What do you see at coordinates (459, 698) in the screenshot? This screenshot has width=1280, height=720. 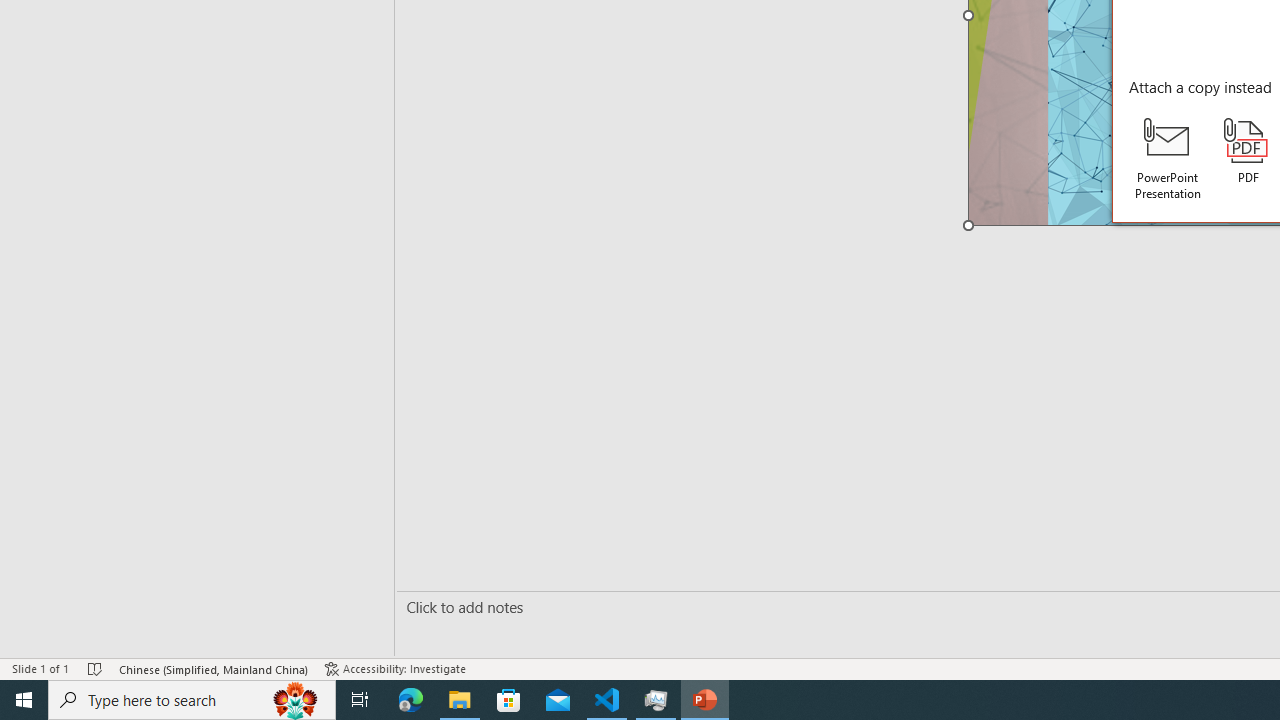 I see `'File Explorer - 1 running window'` at bounding box center [459, 698].